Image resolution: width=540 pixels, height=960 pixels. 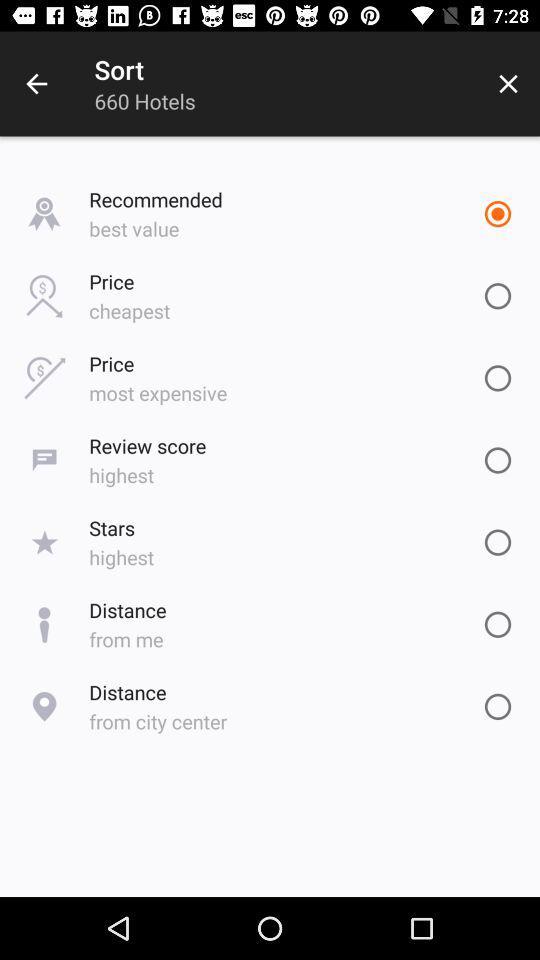 I want to click on icon to the right of 660 hotels icon, so click(x=508, y=84).